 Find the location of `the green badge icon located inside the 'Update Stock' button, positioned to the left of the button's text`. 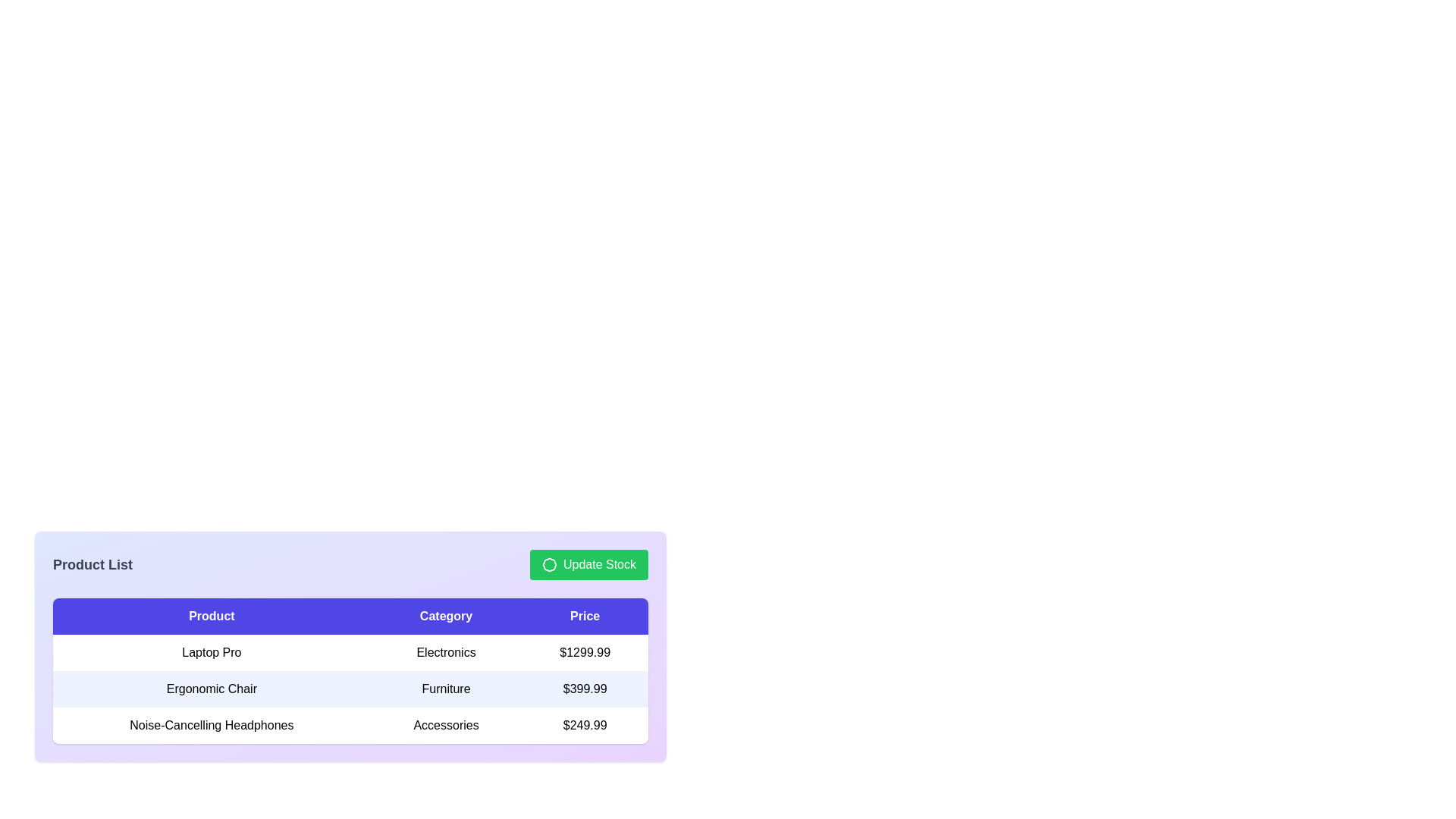

the green badge icon located inside the 'Update Stock' button, positioned to the left of the button's text is located at coordinates (548, 564).